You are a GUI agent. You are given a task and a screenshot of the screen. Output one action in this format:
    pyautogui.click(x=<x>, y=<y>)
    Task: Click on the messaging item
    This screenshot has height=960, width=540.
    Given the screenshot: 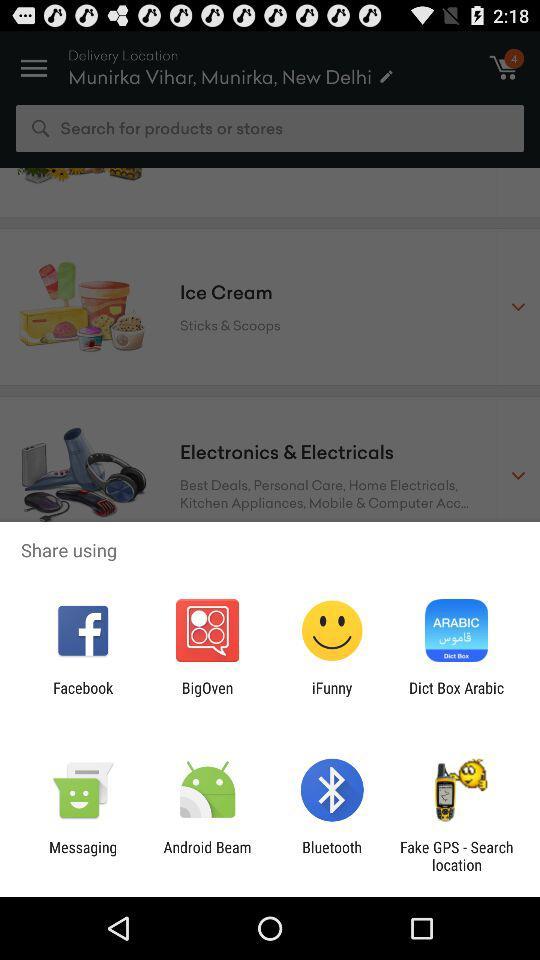 What is the action you would take?
    pyautogui.click(x=82, y=855)
    